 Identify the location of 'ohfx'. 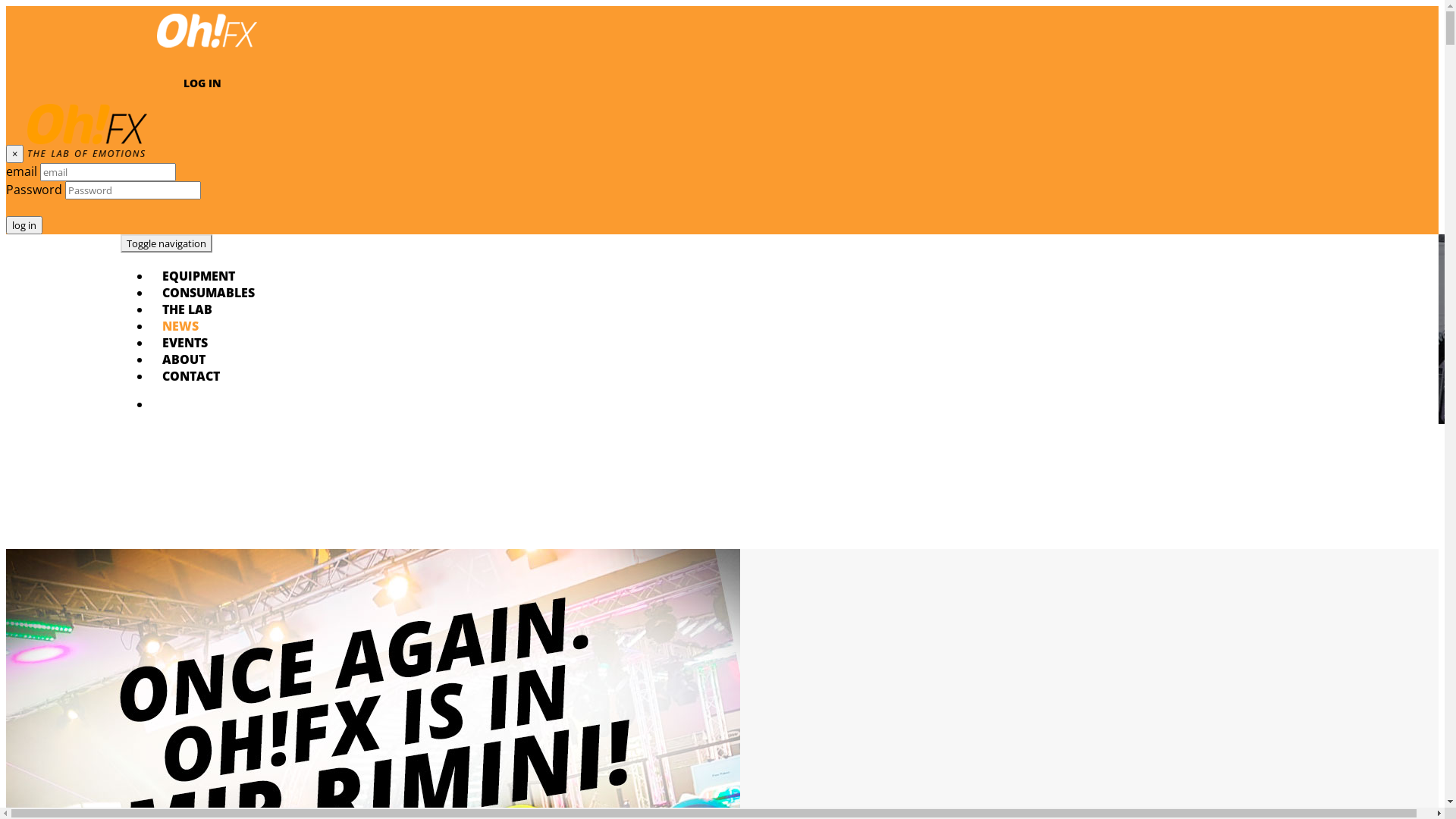
(206, 49).